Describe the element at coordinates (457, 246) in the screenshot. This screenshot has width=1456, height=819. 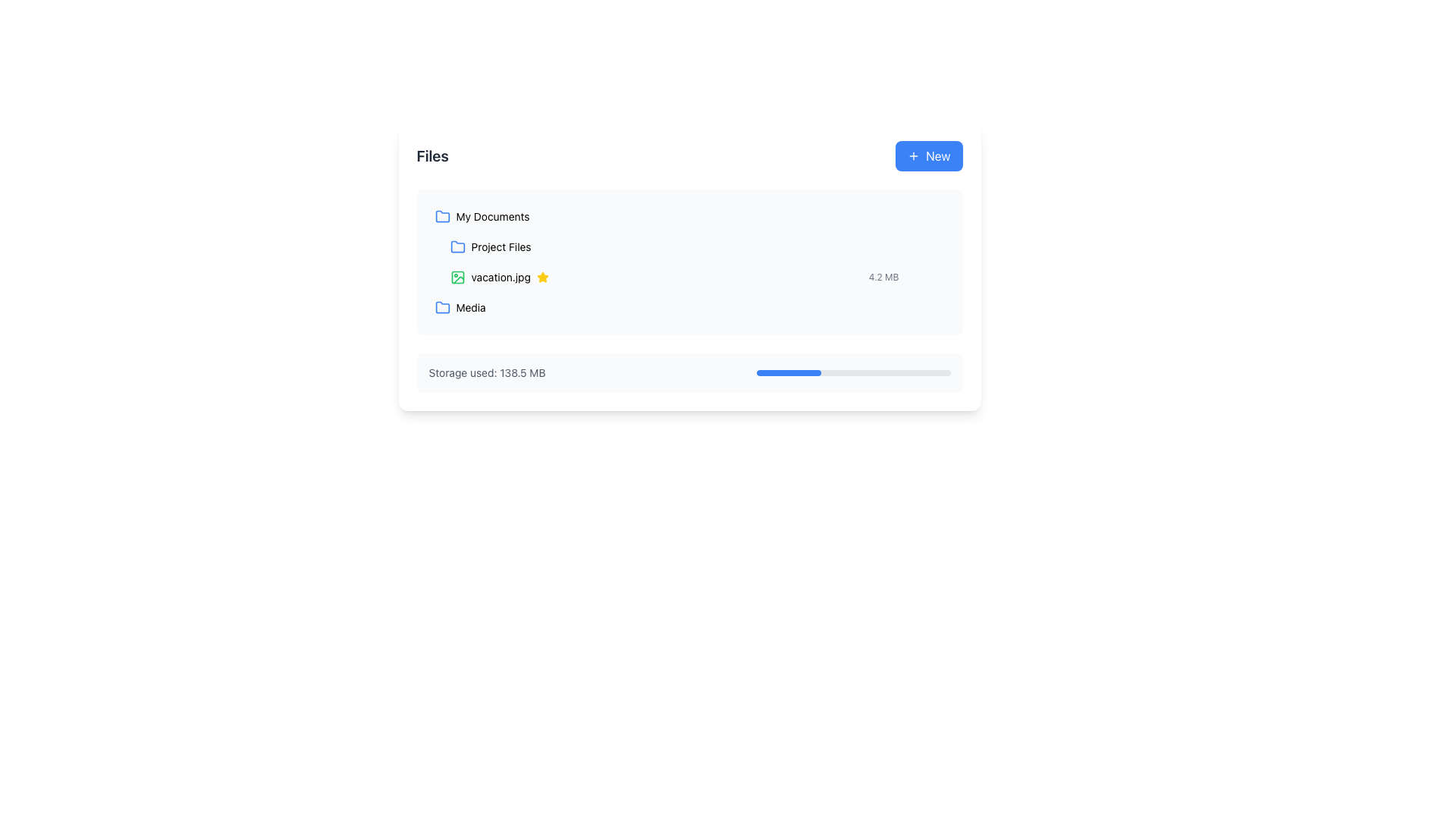
I see `the blue folder icon located to the left of the 'Project Files' text label` at that location.